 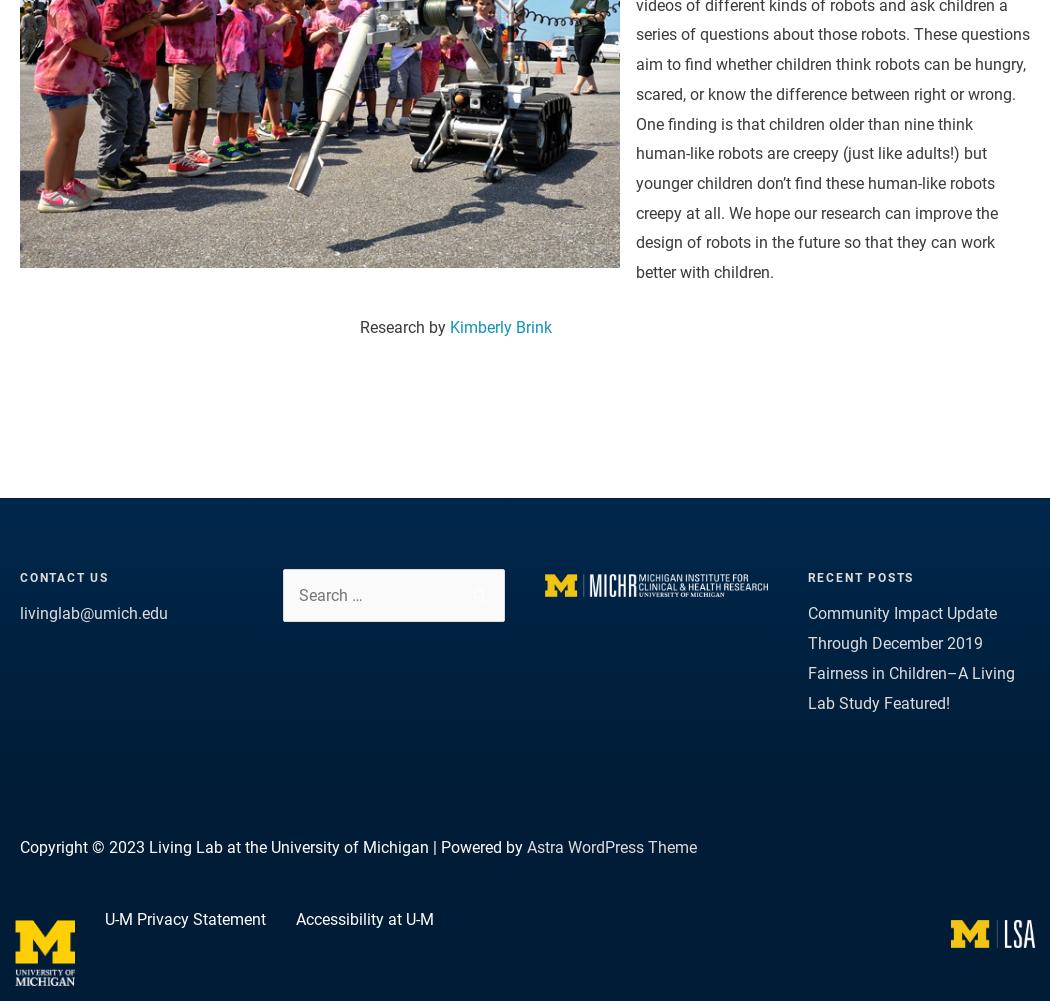 What do you see at coordinates (477, 845) in the screenshot?
I see `'| Powered by'` at bounding box center [477, 845].